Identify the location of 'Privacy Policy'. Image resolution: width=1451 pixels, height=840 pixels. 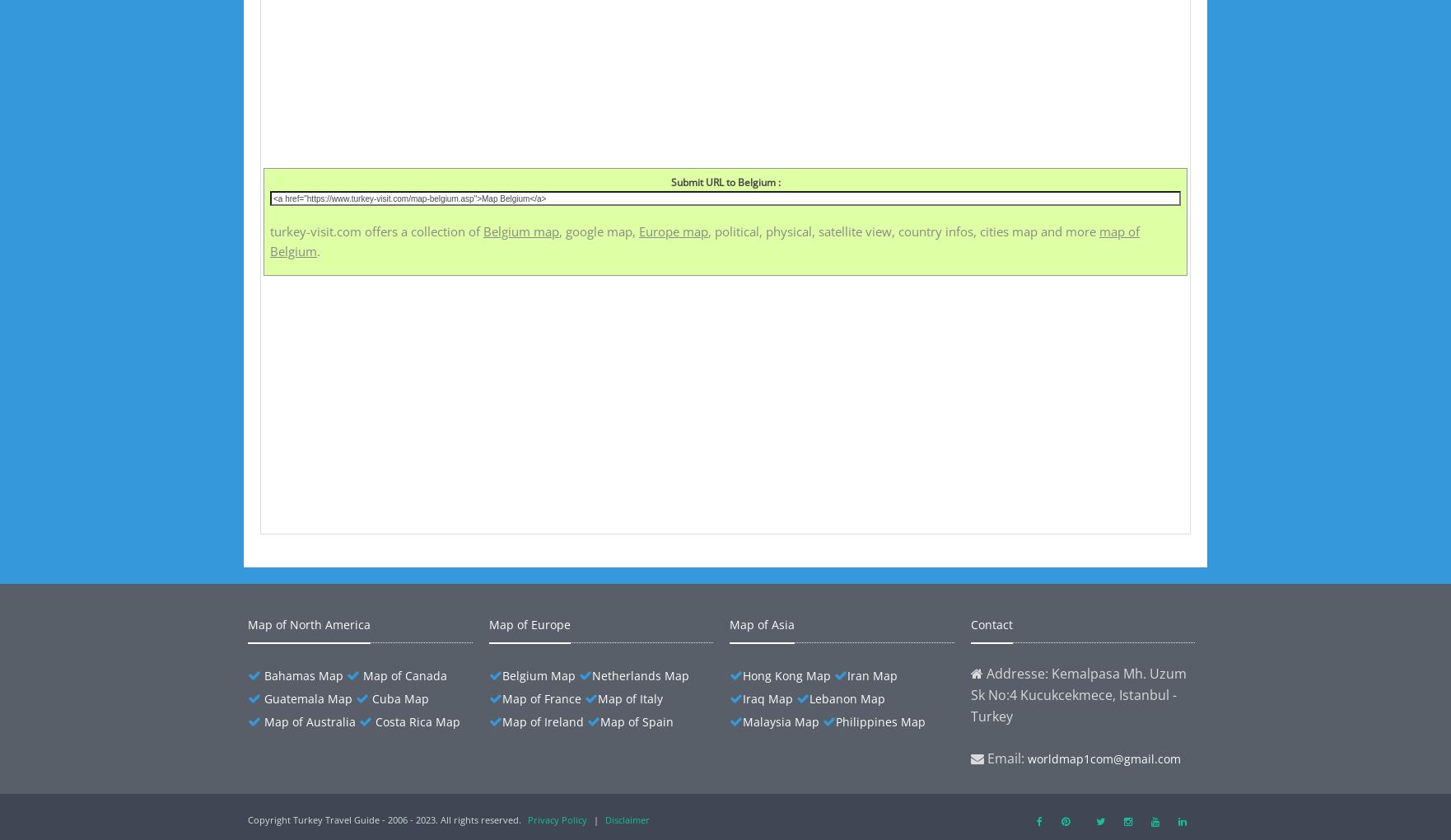
(556, 819).